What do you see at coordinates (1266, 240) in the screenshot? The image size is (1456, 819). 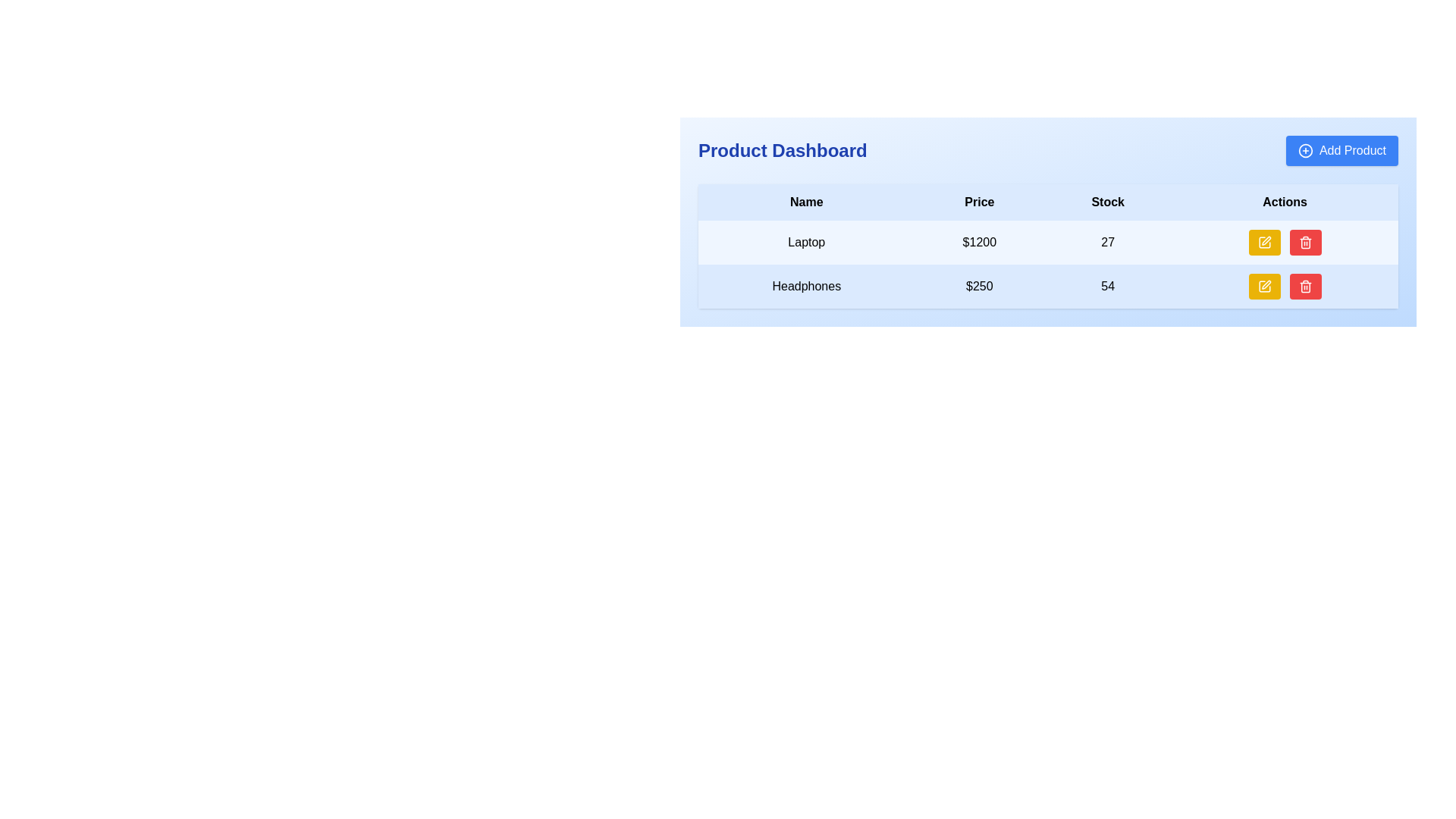 I see `the 'edit' icon in the 'Actions' column of the second row for the 'Headphones' product` at bounding box center [1266, 240].